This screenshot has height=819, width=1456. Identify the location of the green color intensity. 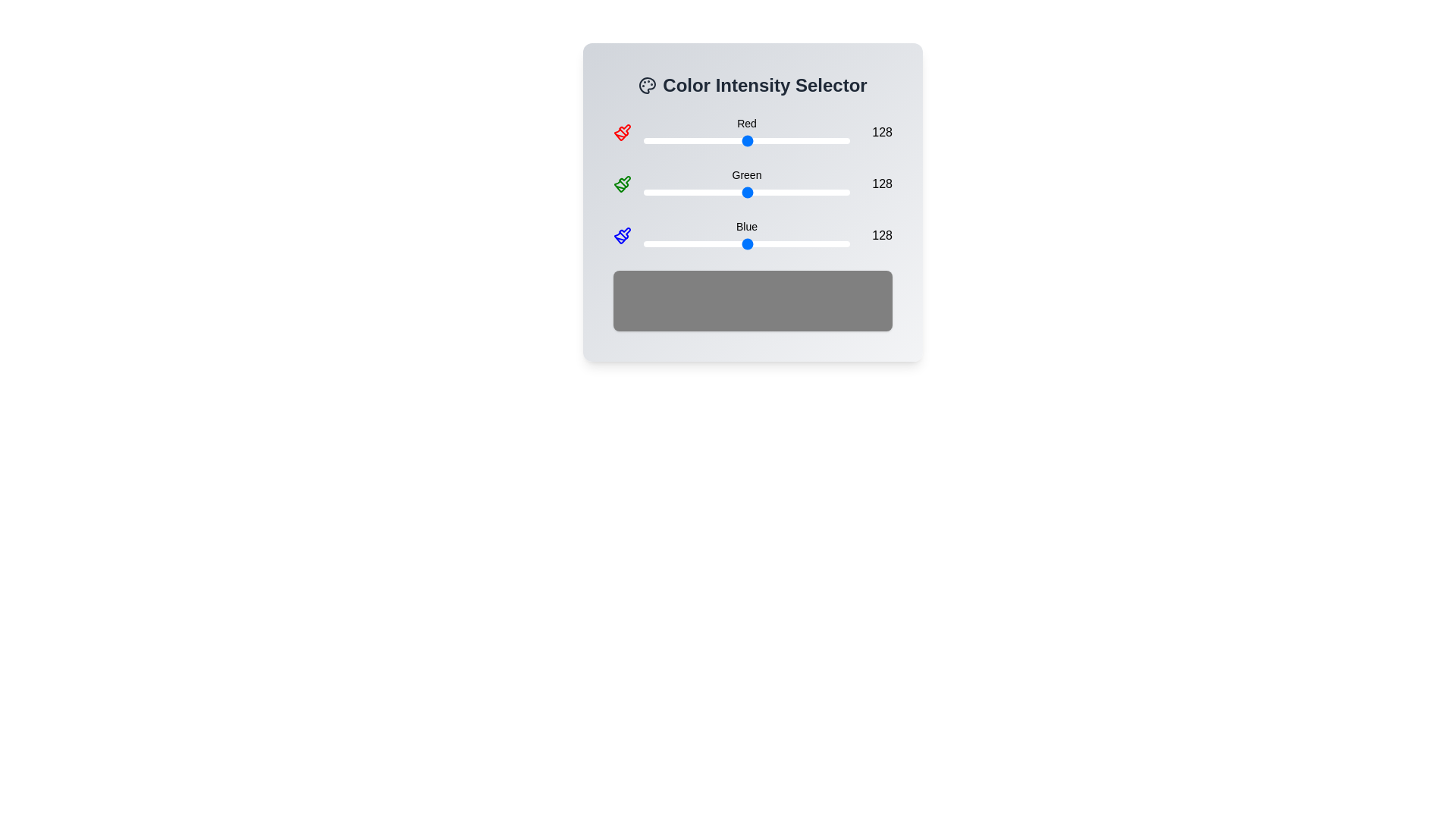
(761, 192).